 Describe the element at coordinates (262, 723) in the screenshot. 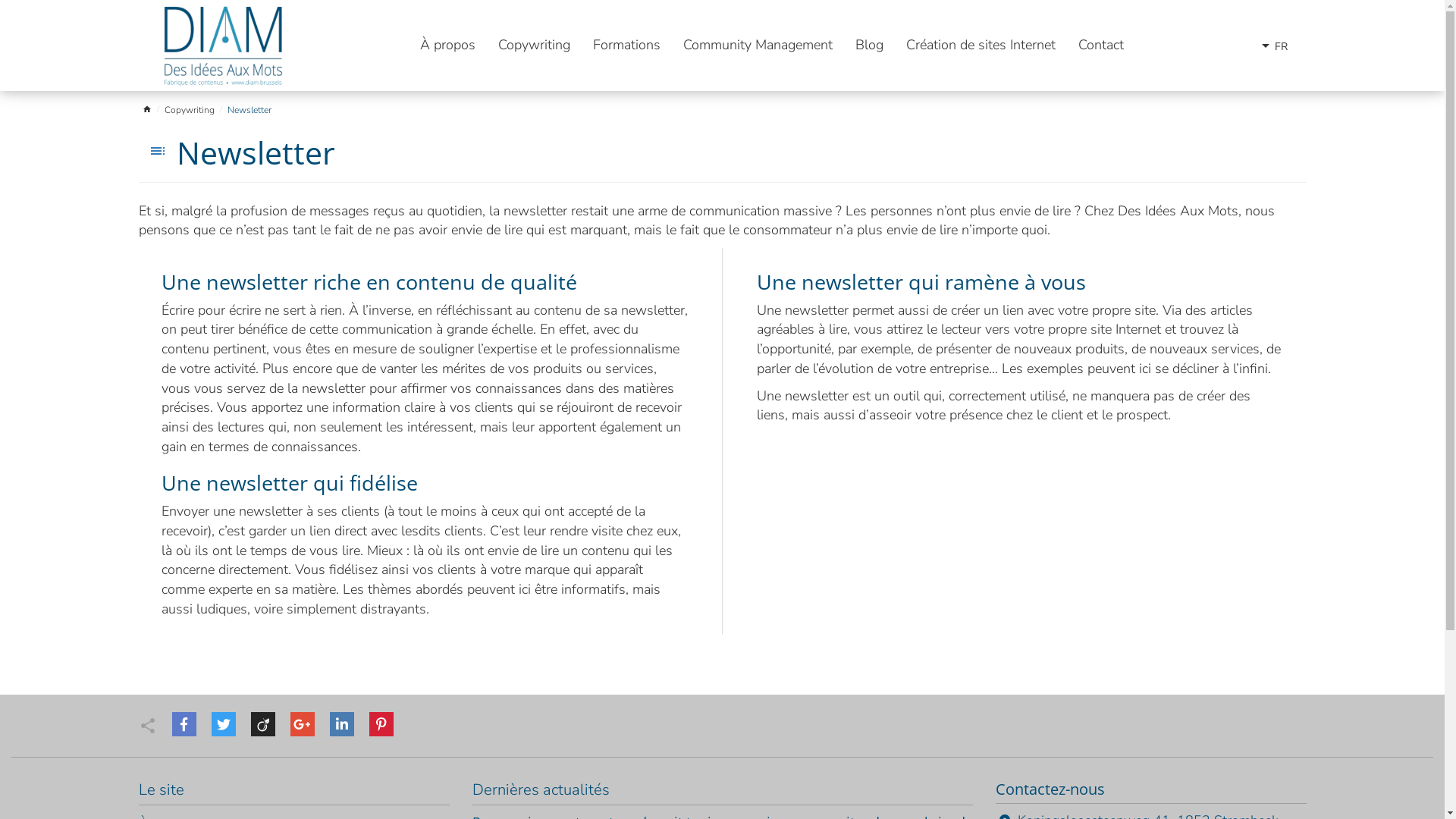

I see `'Viadeo'` at that location.